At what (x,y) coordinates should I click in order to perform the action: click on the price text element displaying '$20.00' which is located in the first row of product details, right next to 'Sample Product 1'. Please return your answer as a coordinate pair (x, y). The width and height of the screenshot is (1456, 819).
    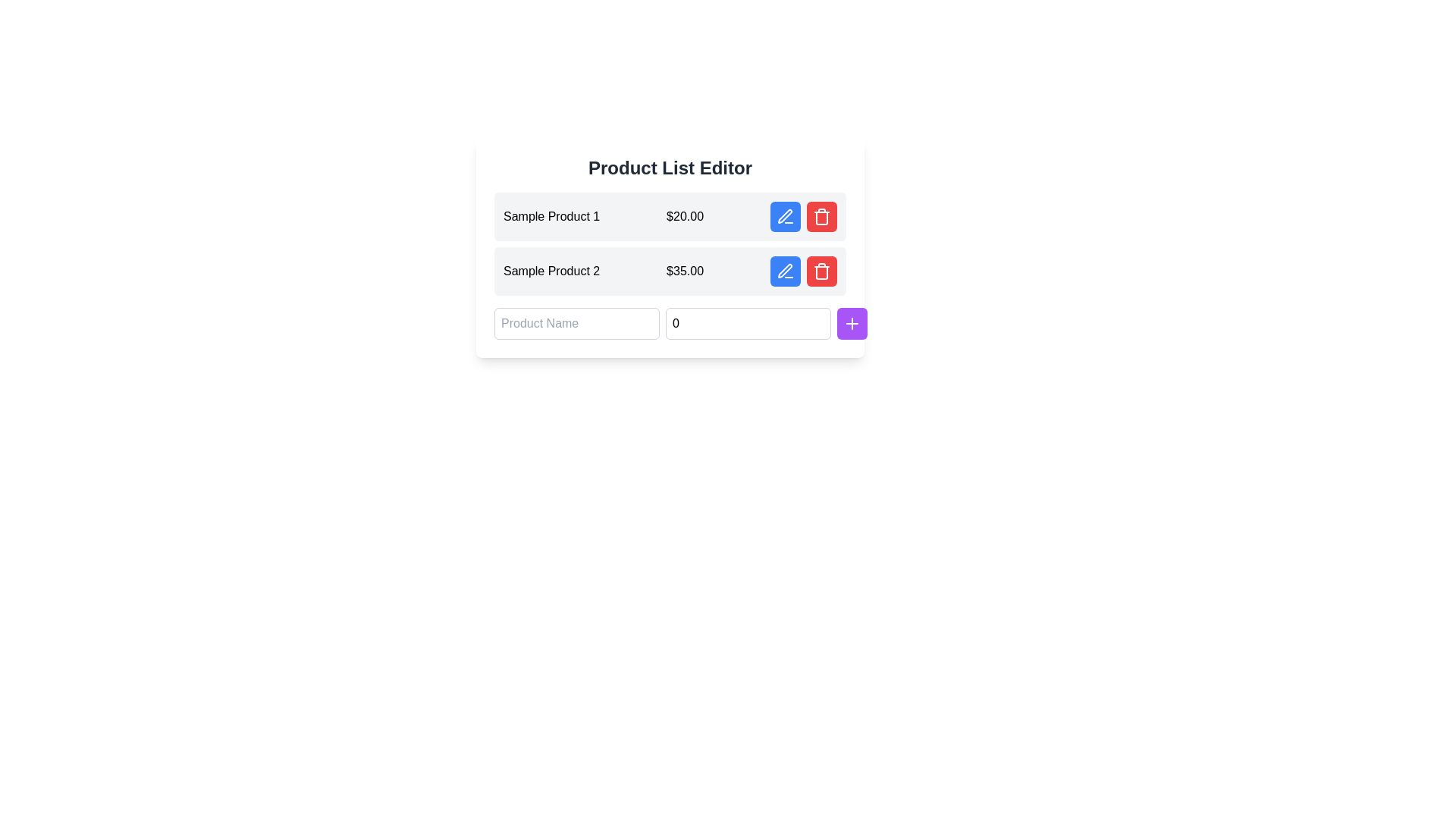
    Looking at the image, I should click on (684, 216).